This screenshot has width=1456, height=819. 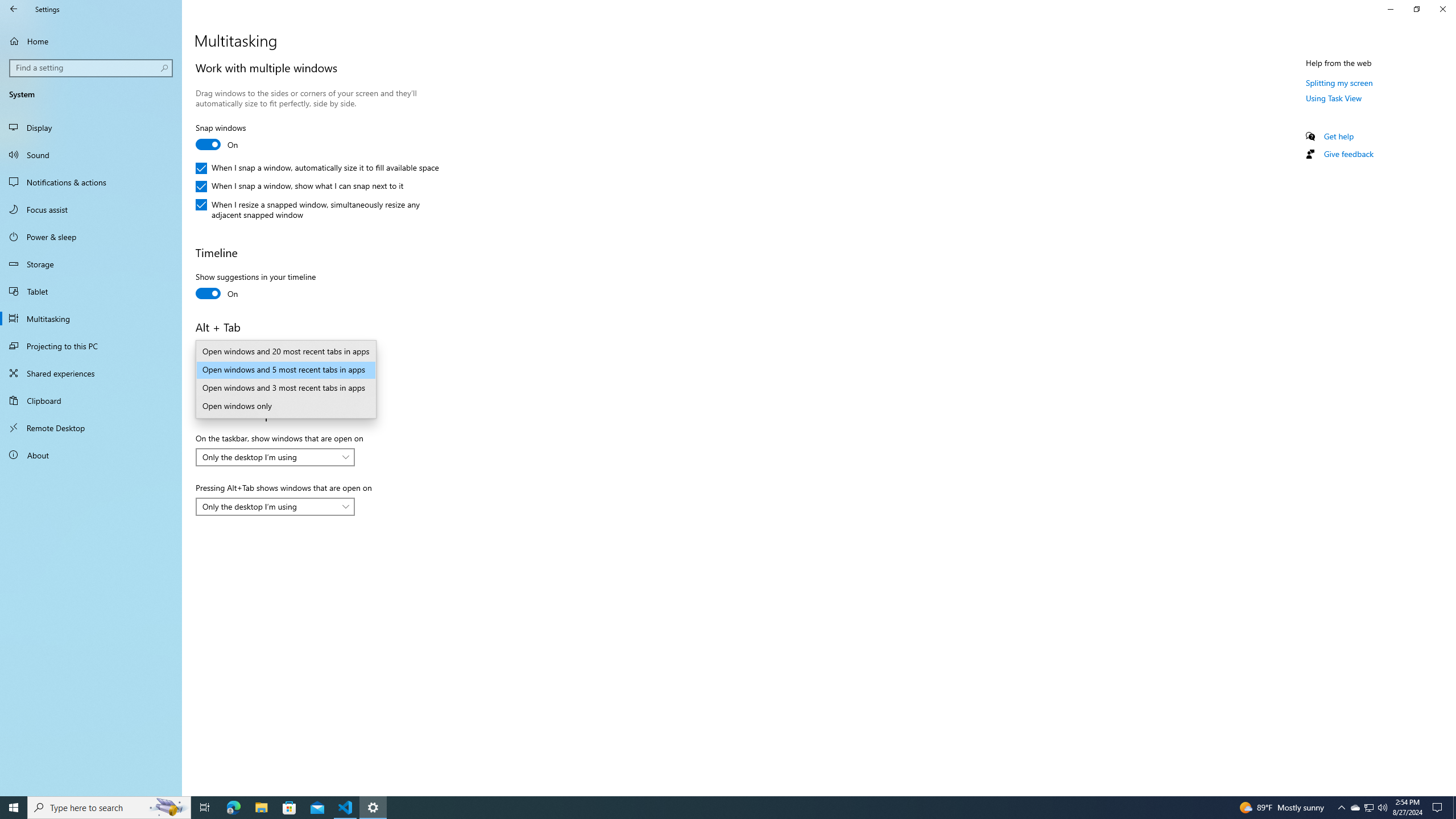 I want to click on 'Power & sleep', so click(x=90, y=236).